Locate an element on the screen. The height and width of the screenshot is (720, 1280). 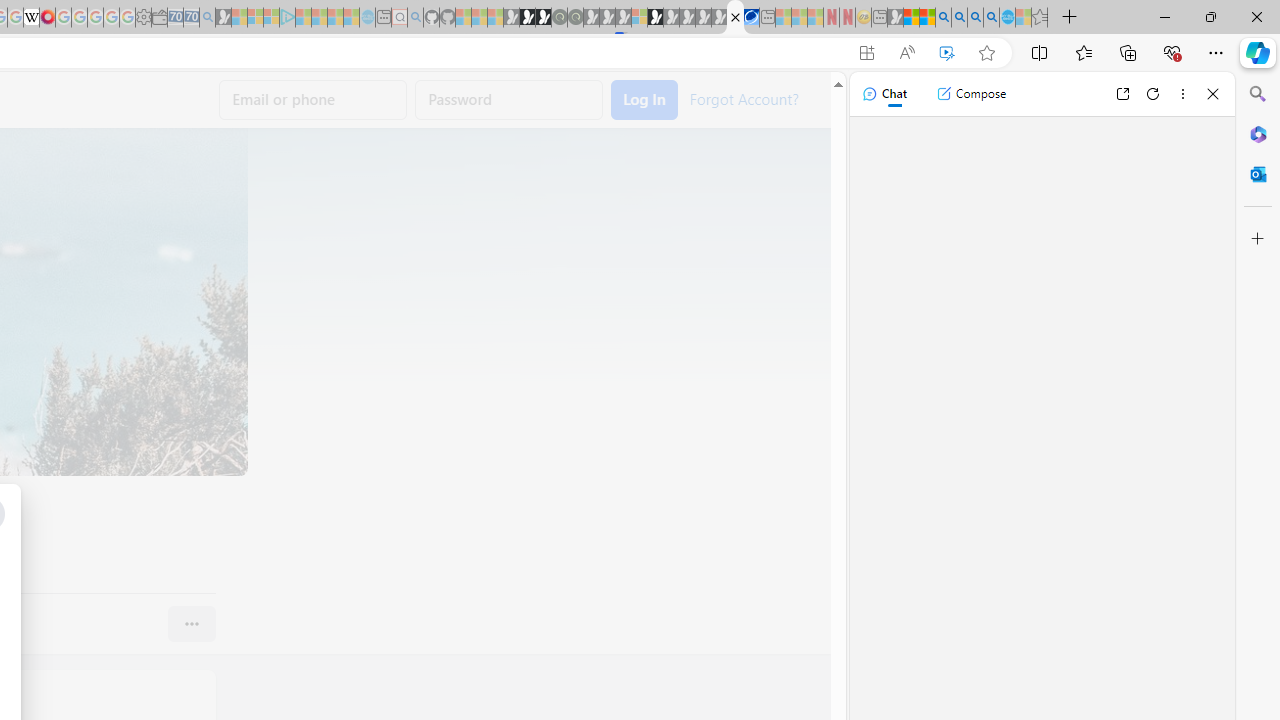
'Future Focus Report 2024 - Sleeping' is located at coordinates (574, 17).